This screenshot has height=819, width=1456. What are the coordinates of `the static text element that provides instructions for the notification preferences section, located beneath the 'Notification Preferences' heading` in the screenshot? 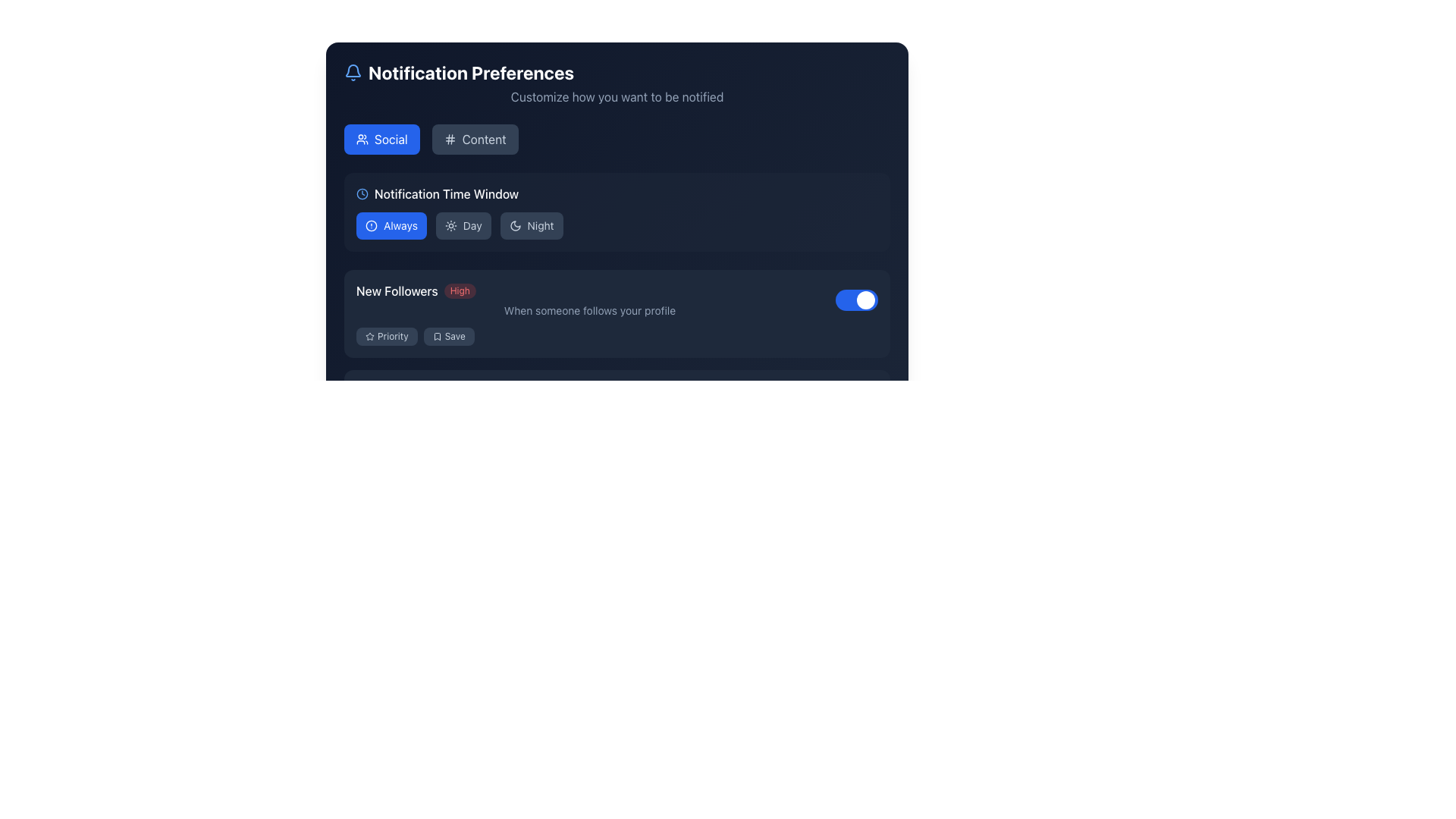 It's located at (617, 96).